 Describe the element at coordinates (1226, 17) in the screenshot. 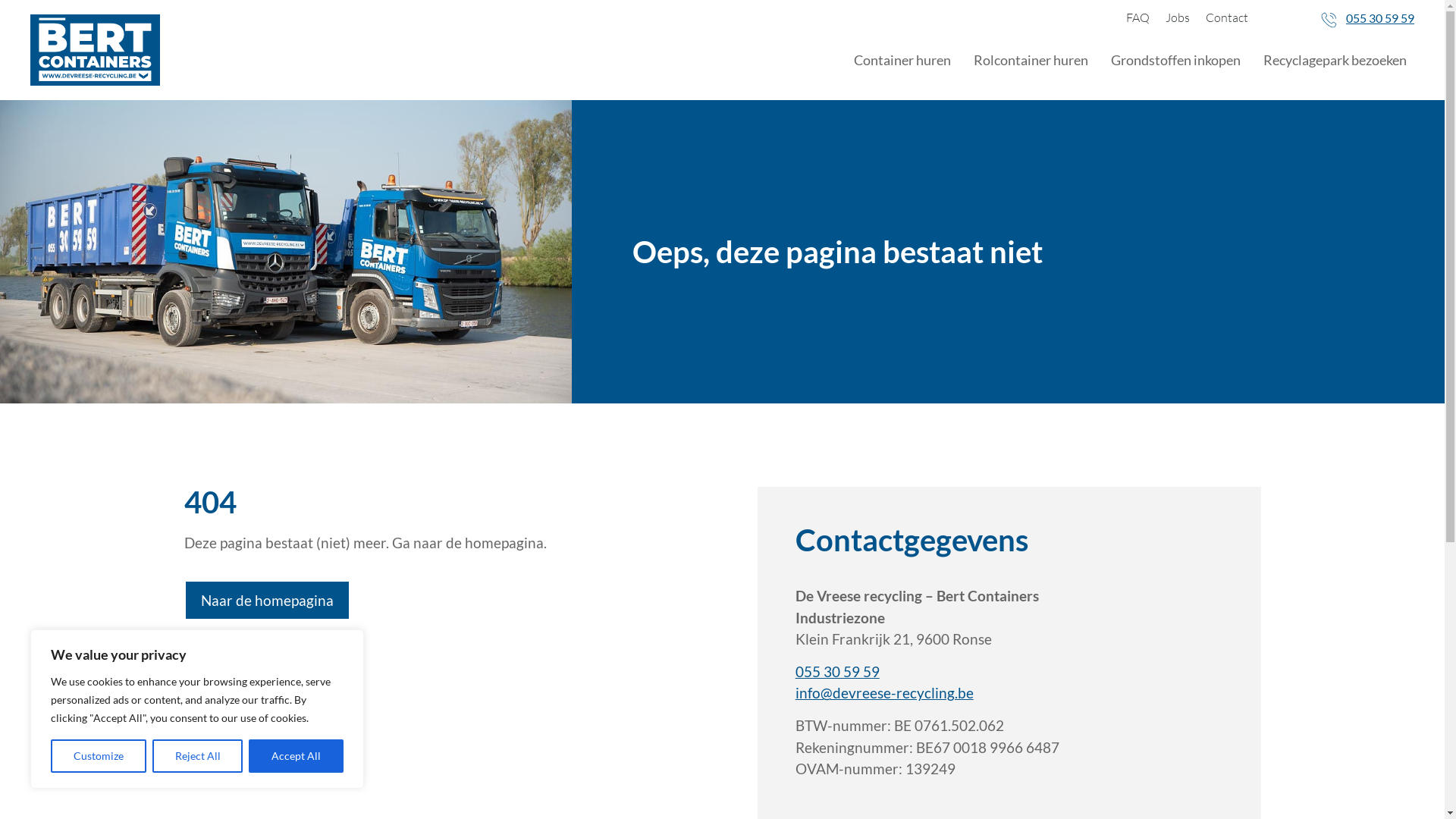

I see `'Contact'` at that location.